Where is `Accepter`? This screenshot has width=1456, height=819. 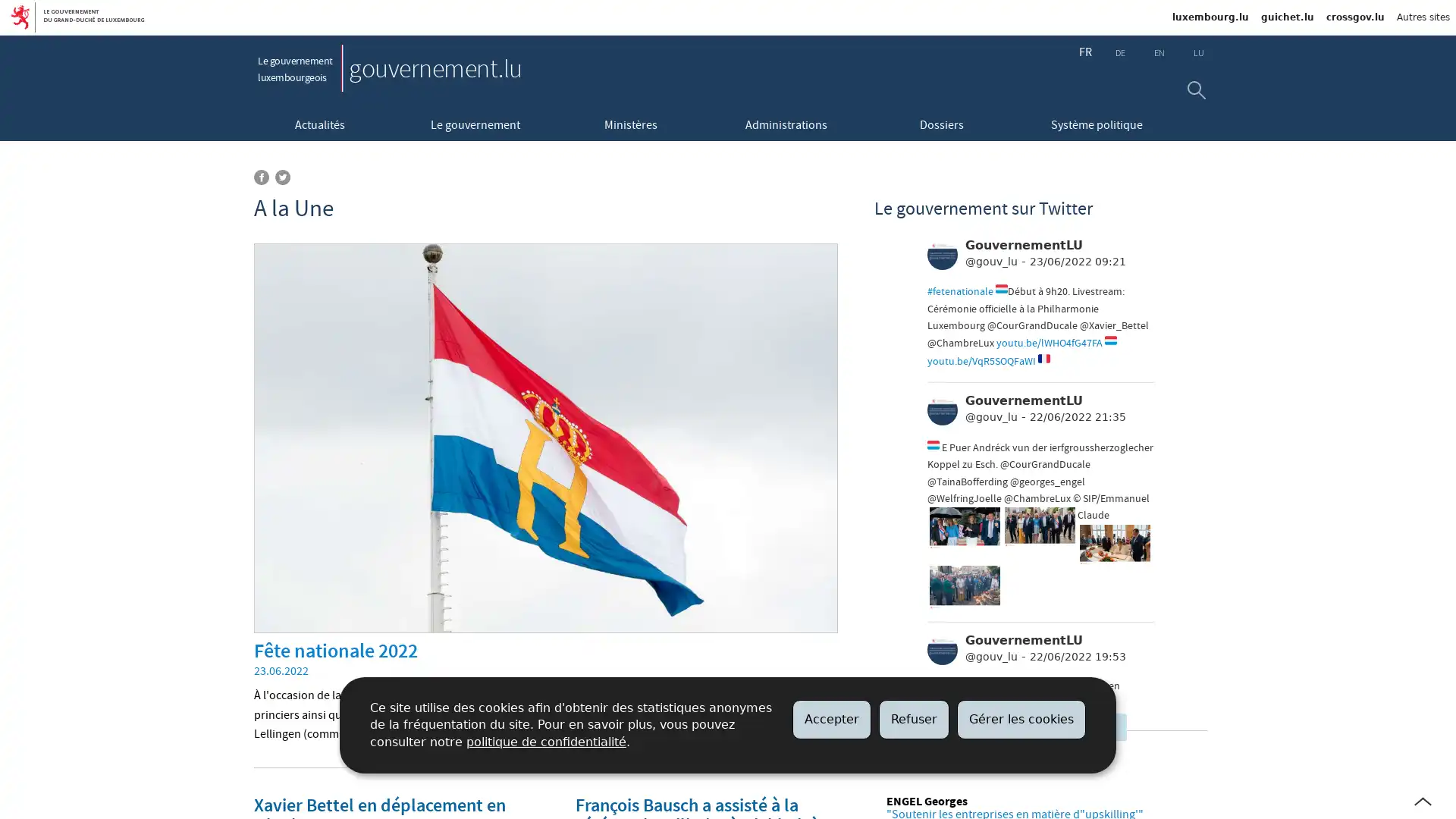
Accepter is located at coordinates (831, 718).